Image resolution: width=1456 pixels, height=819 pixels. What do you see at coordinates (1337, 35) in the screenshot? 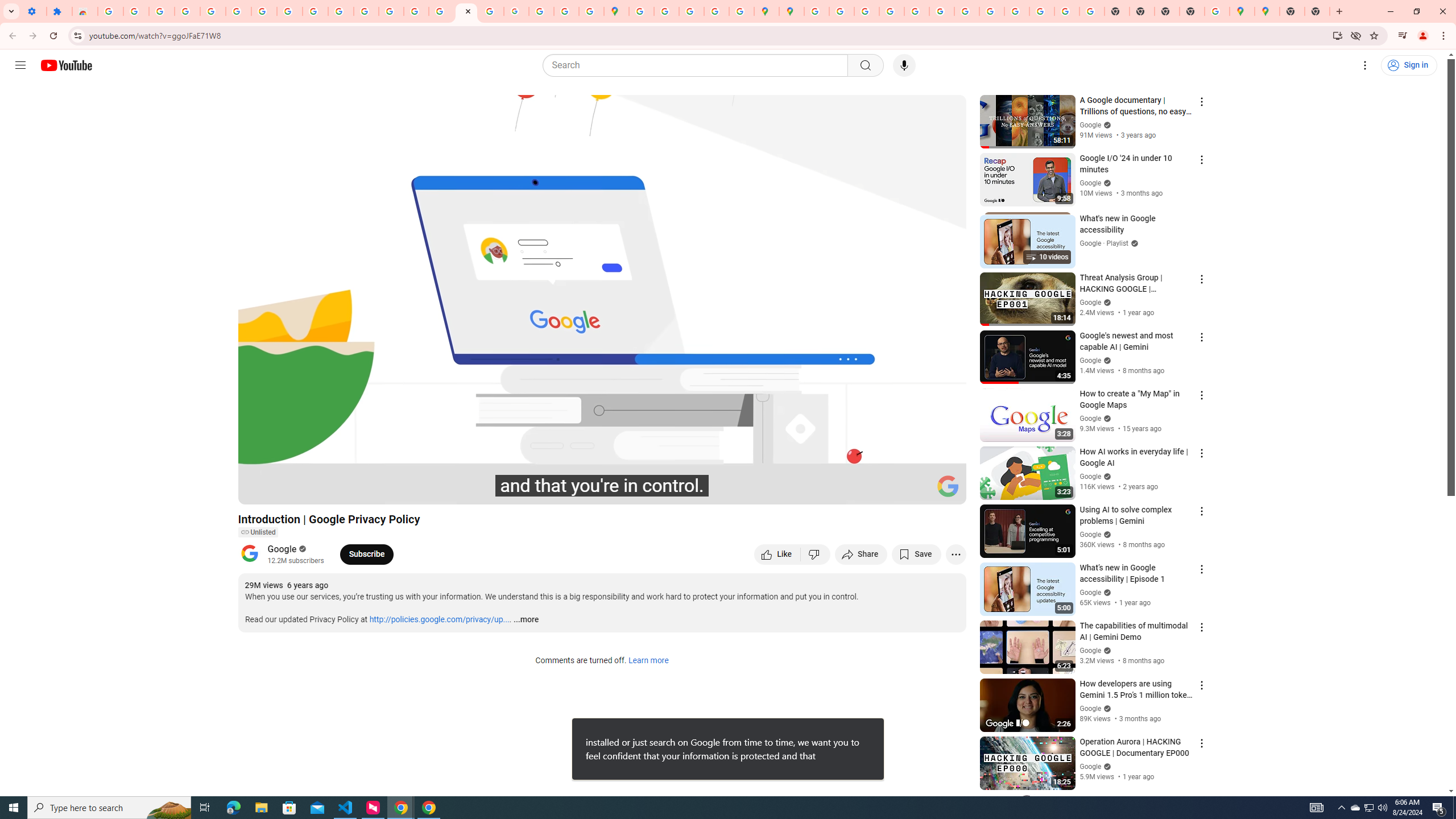
I see `'Install YouTube'` at bounding box center [1337, 35].